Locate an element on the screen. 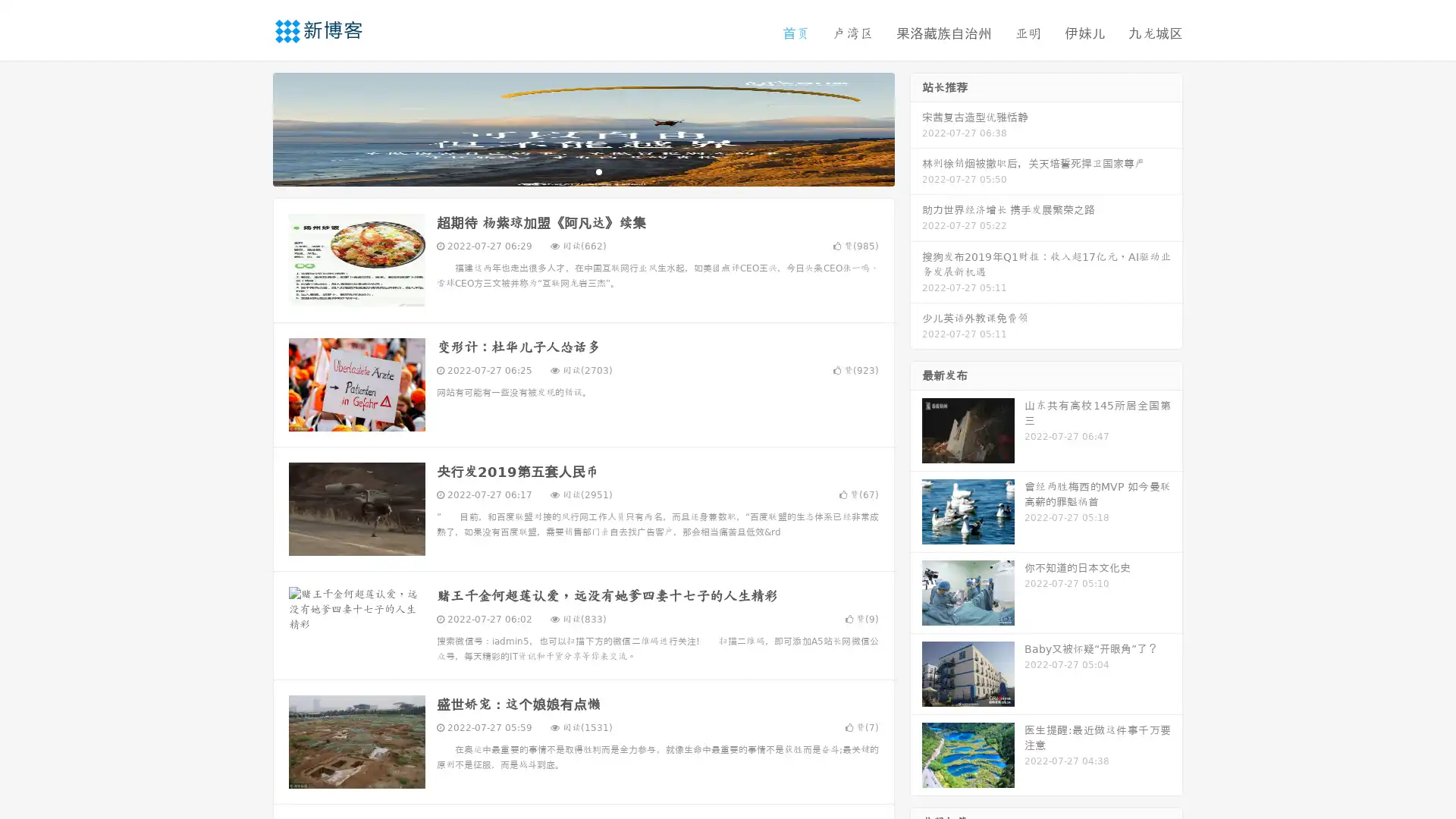 Image resolution: width=1456 pixels, height=819 pixels. Go to slide 3 is located at coordinates (598, 171).